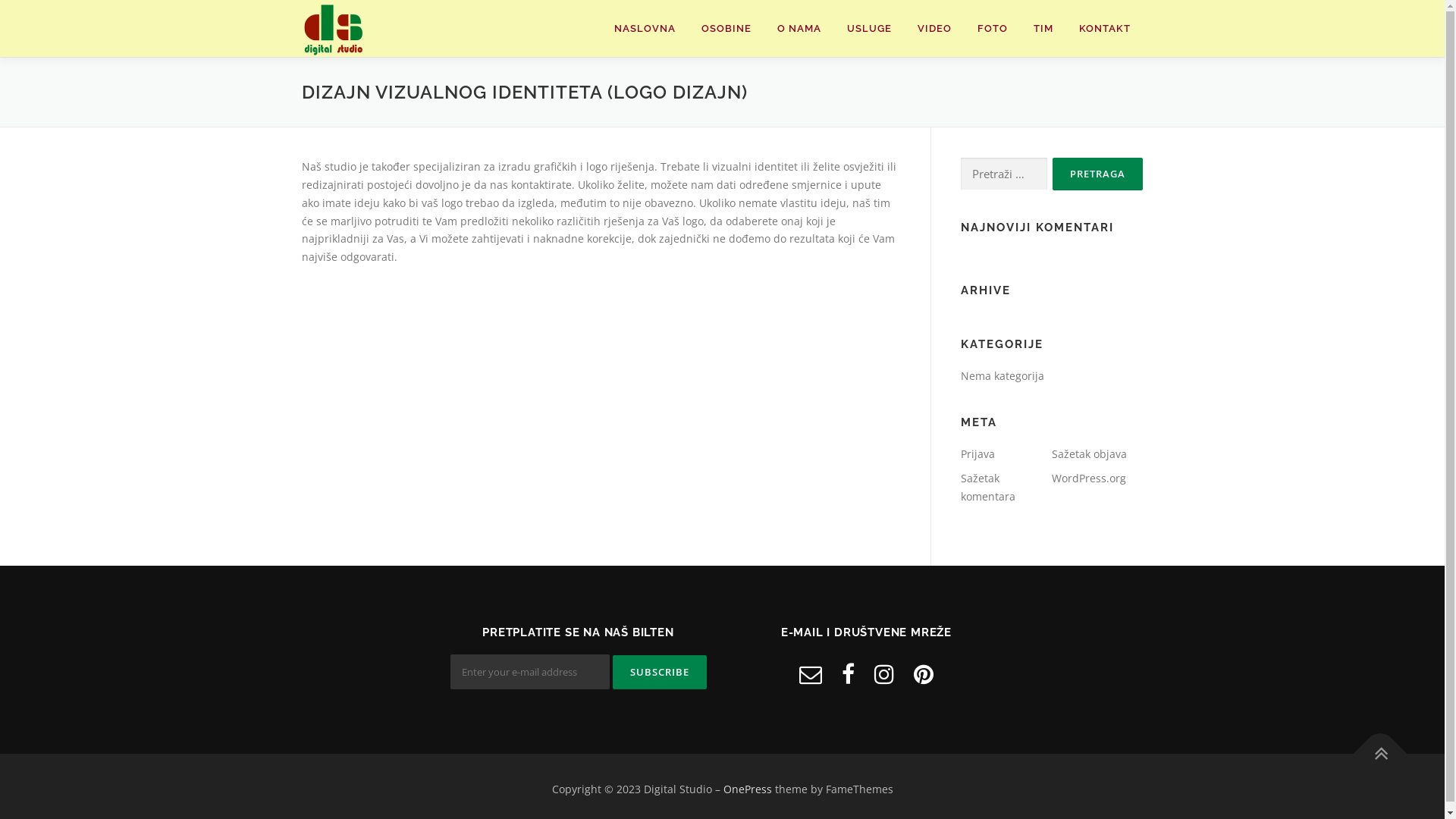 The height and width of the screenshot is (819, 1456). What do you see at coordinates (1043, 28) in the screenshot?
I see `'TIM'` at bounding box center [1043, 28].